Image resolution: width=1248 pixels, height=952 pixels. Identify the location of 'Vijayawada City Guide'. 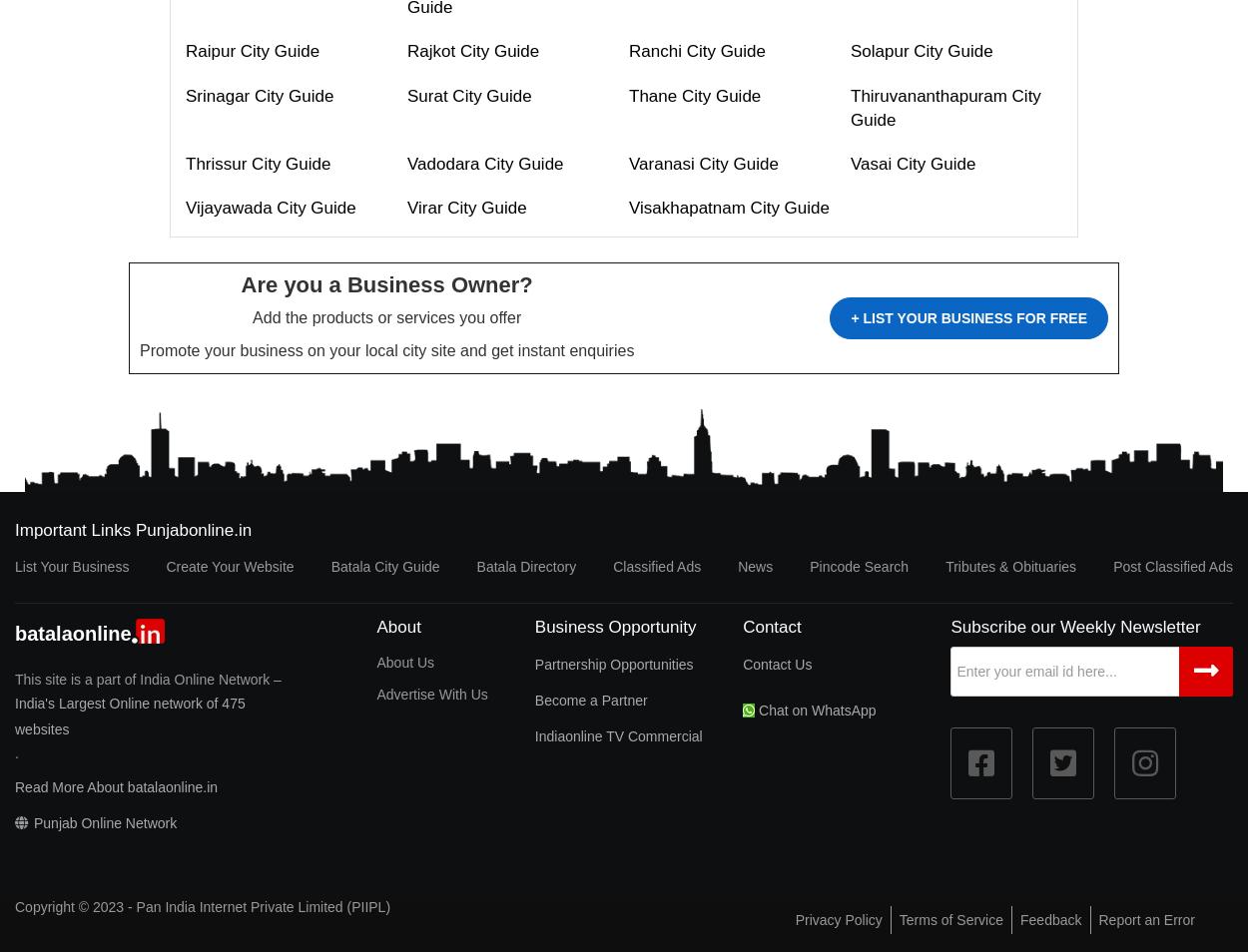
(271, 207).